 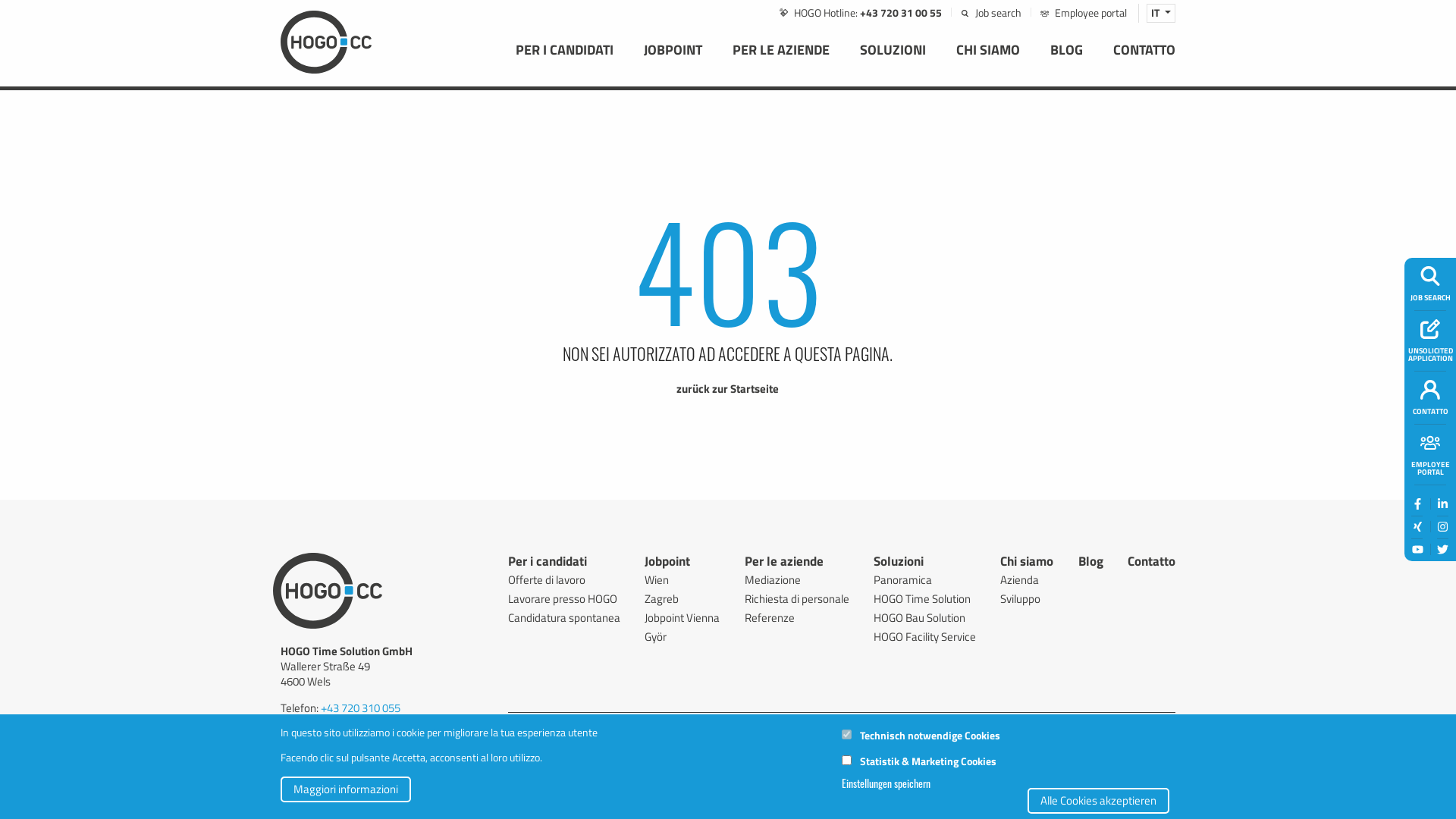 What do you see at coordinates (1098, 799) in the screenshot?
I see `'Alle Cookies akzeptieren'` at bounding box center [1098, 799].